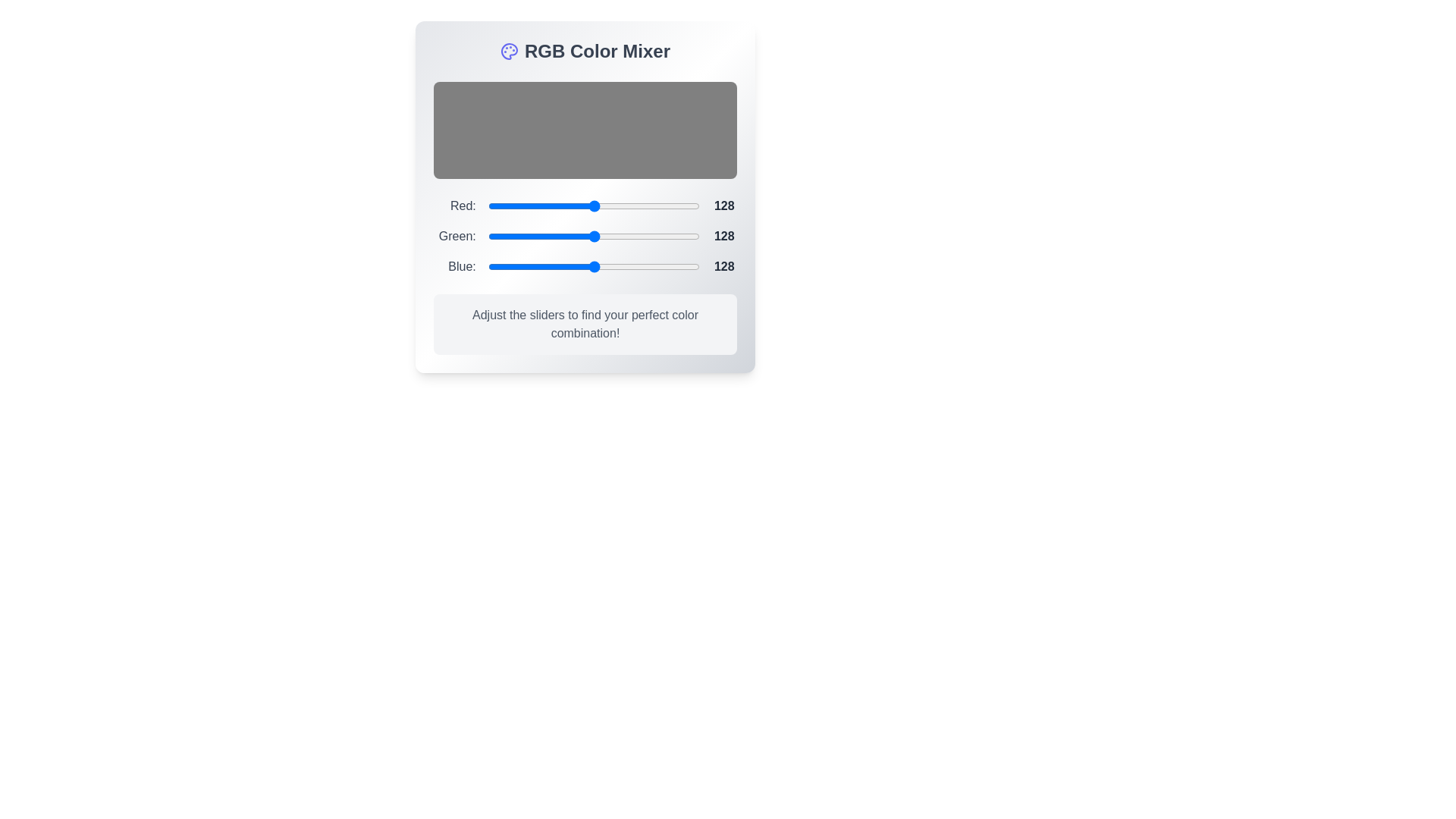  I want to click on the 0 slider to a value of 248, so click(695, 206).